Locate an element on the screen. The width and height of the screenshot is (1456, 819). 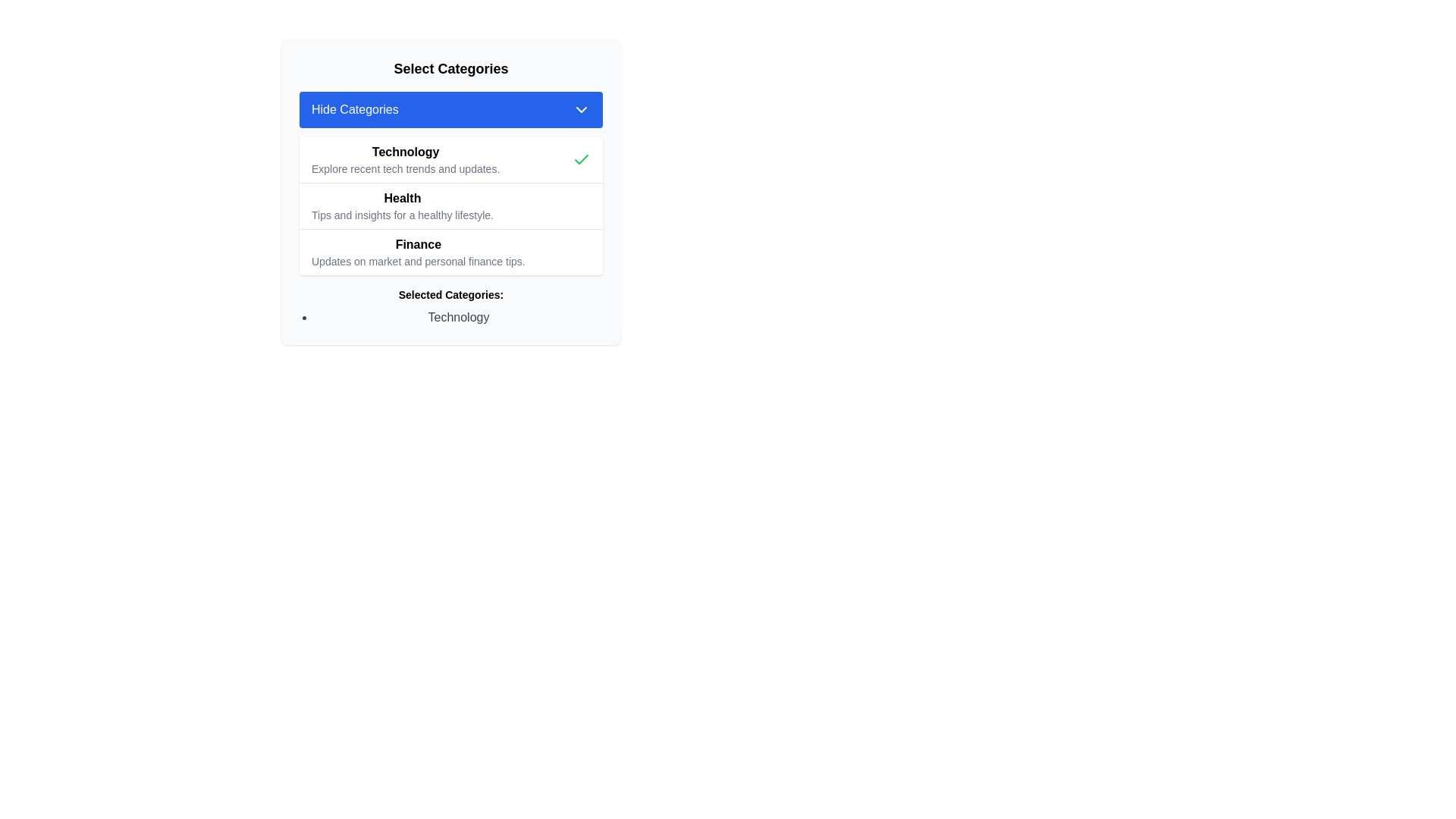
the static heading or title text label located at the top of the card-like interface, which is positioned directly above the blue button labeled 'Hide Categories' is located at coordinates (450, 69).